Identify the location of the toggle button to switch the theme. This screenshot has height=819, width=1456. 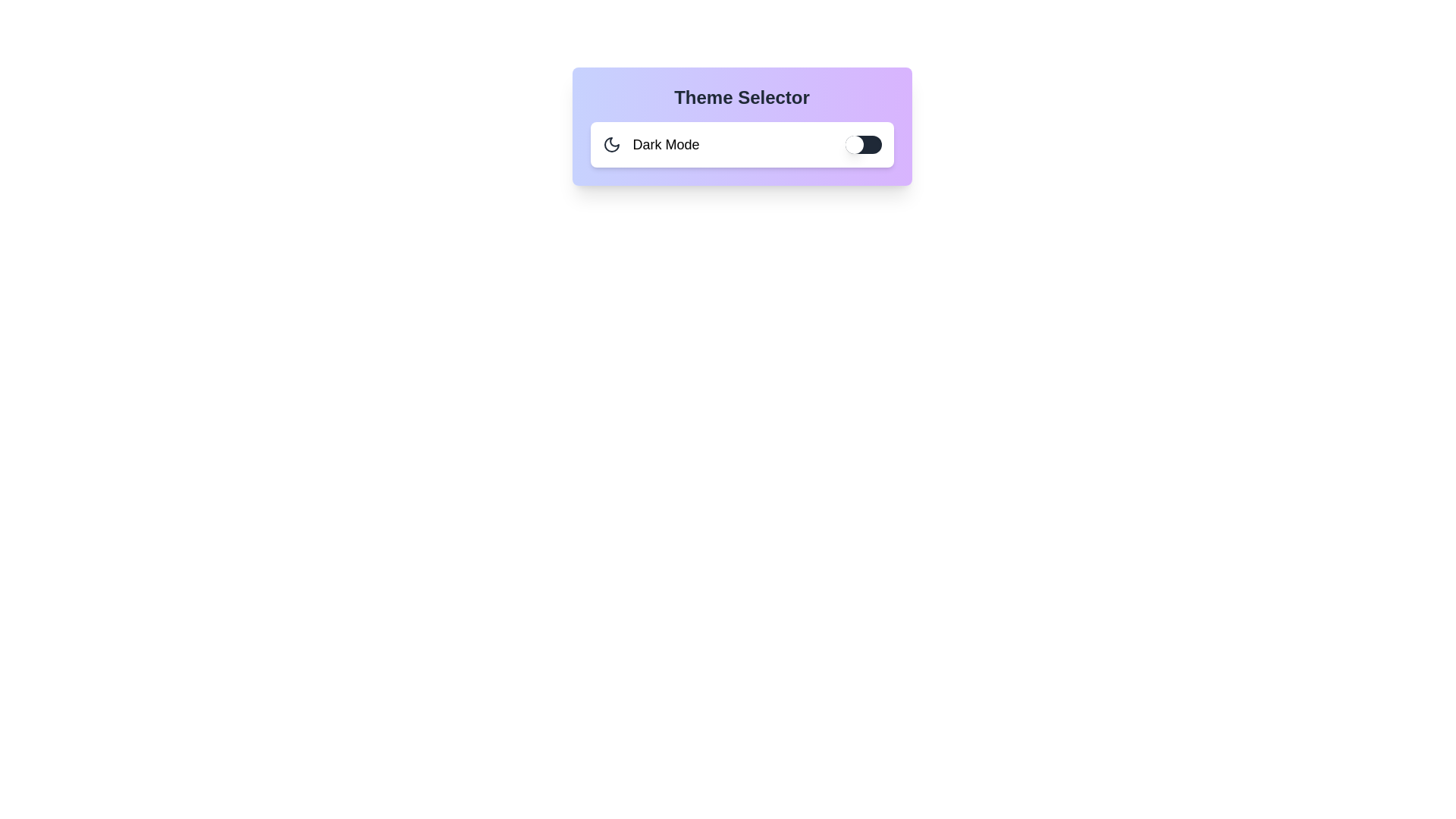
(863, 145).